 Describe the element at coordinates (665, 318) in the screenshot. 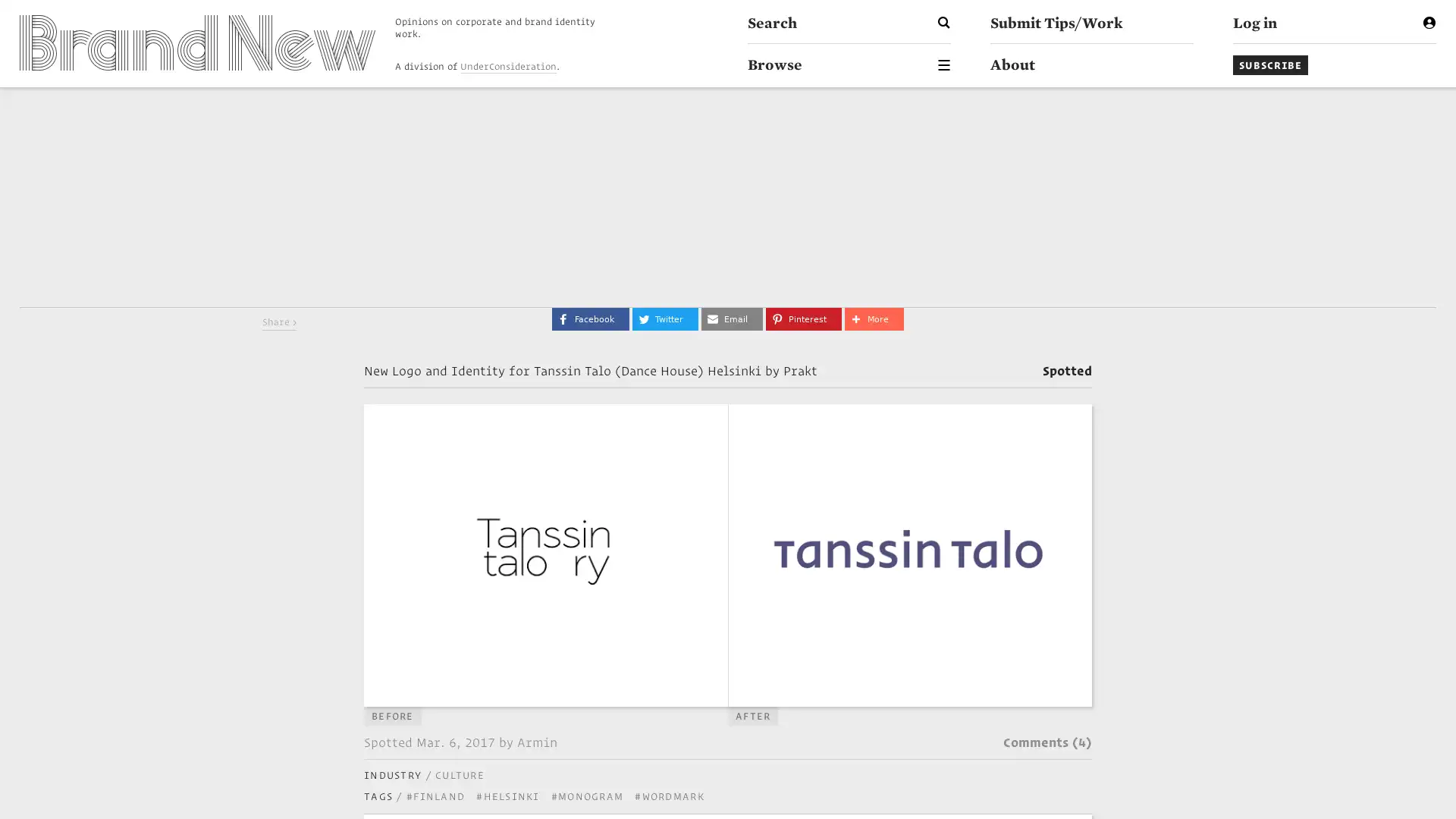

I see `Share to Twitter Twitter` at that location.